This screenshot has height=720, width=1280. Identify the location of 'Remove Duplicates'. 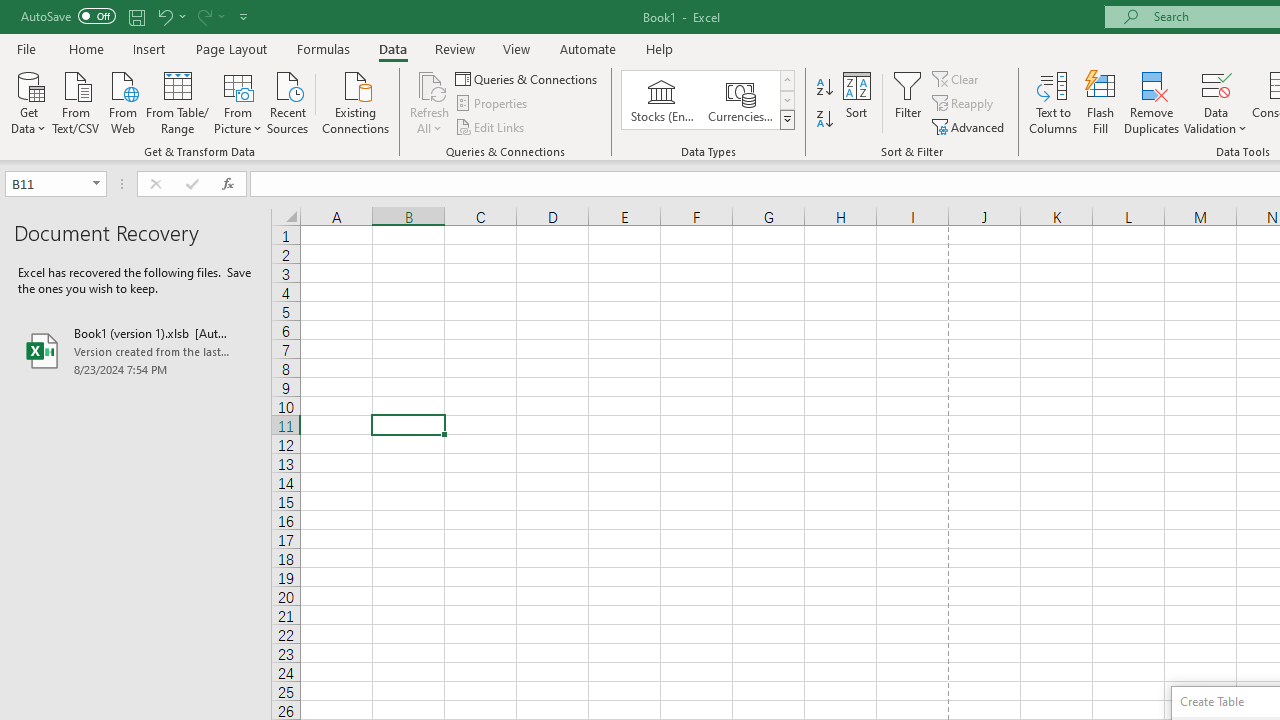
(1152, 103).